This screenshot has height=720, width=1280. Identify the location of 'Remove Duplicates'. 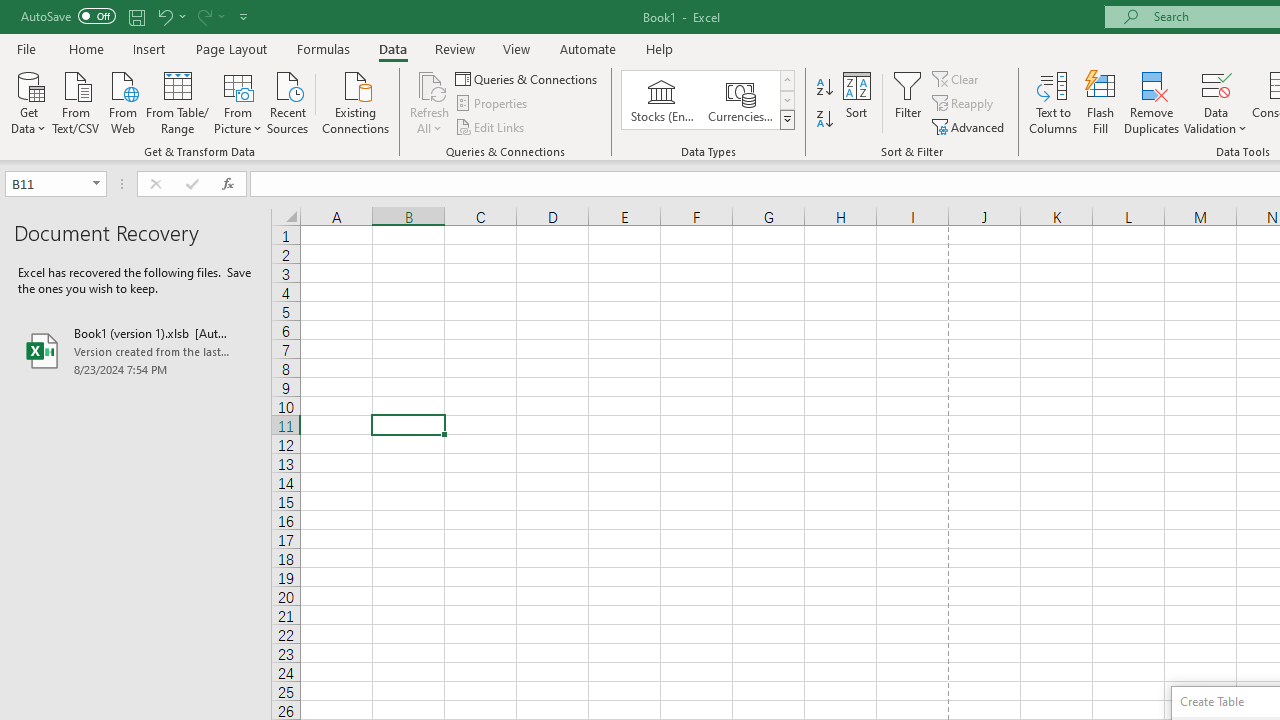
(1152, 103).